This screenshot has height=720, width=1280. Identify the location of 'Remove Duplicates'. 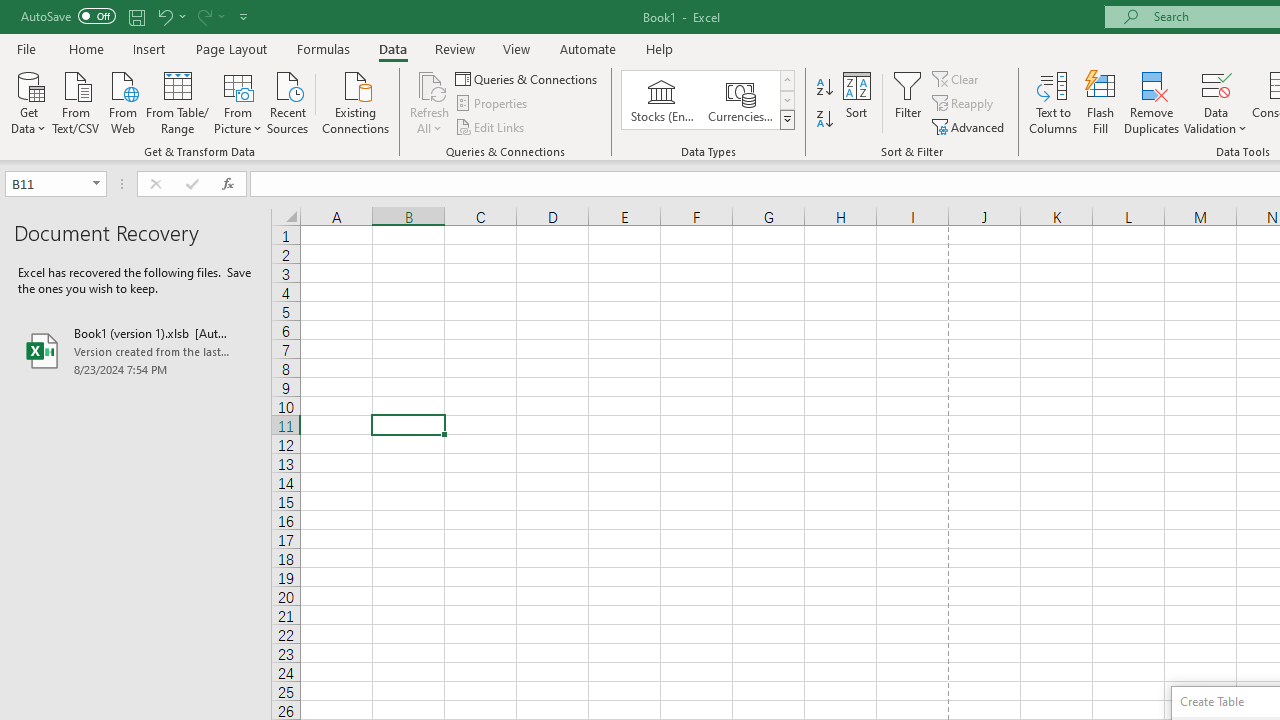
(1152, 103).